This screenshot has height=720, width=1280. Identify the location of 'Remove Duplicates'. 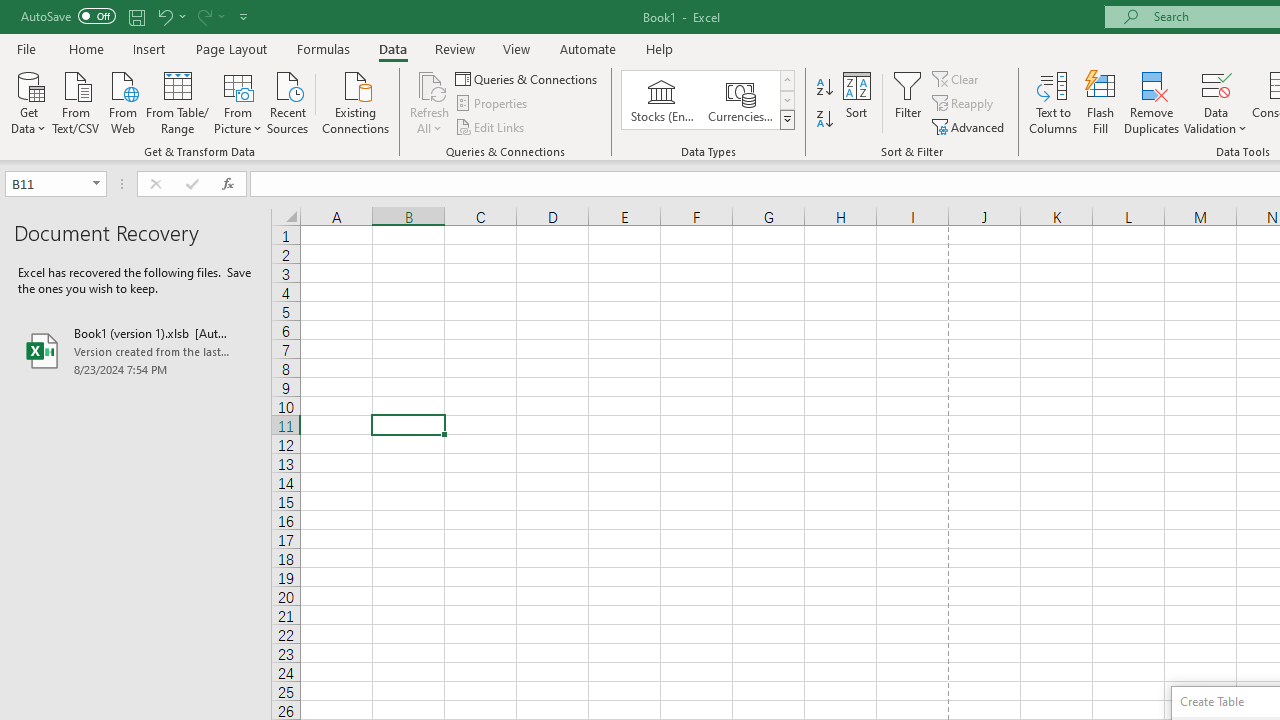
(1152, 103).